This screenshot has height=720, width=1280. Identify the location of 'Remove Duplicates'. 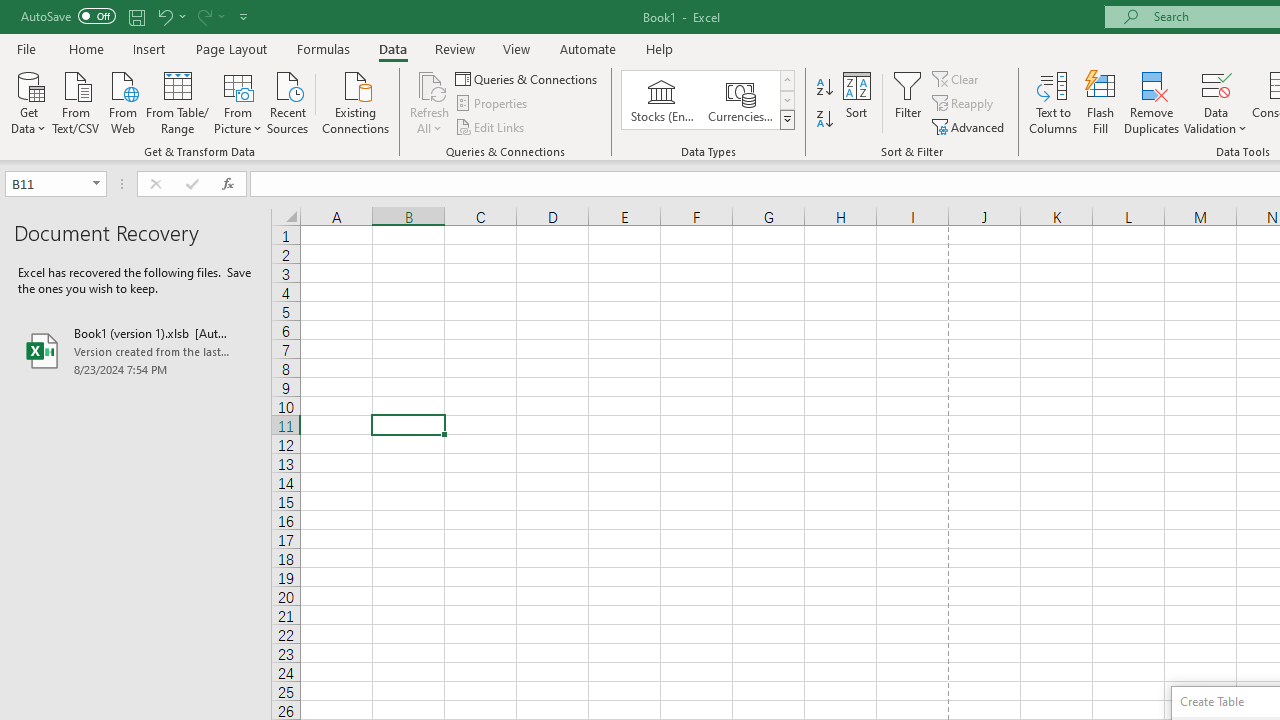
(1152, 103).